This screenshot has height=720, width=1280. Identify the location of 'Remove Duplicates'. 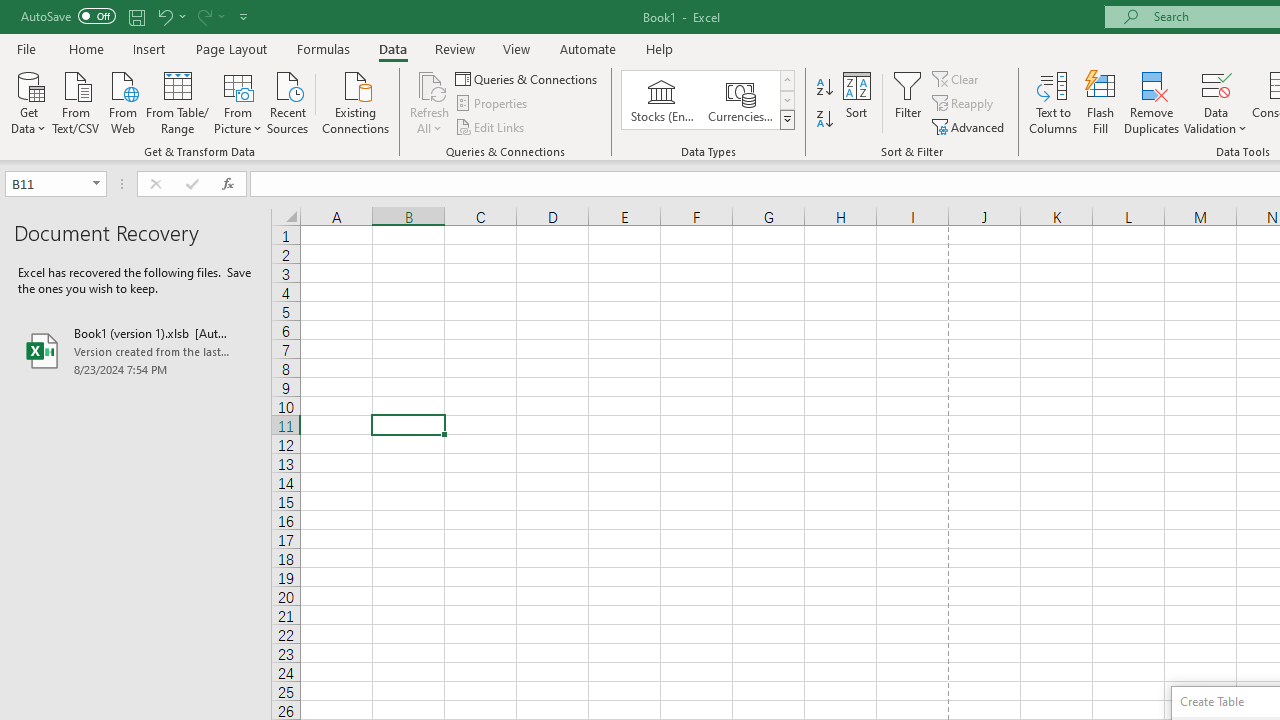
(1152, 103).